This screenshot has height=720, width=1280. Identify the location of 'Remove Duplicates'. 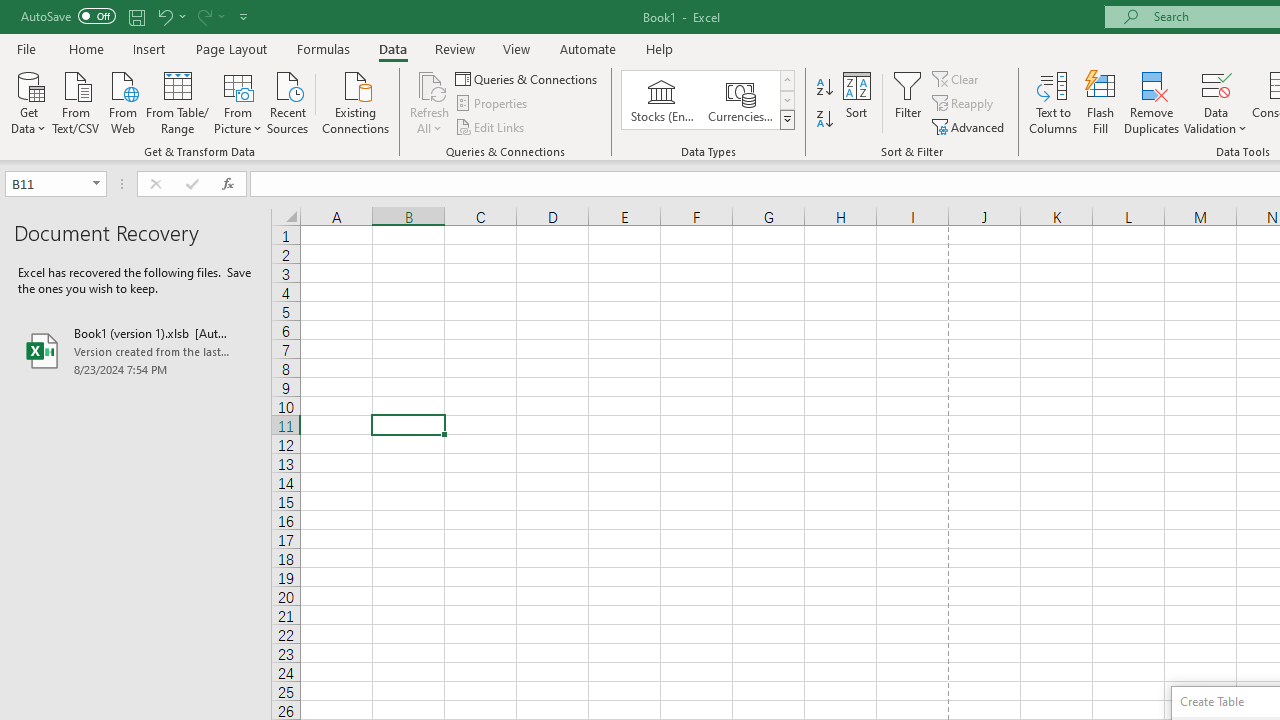
(1152, 103).